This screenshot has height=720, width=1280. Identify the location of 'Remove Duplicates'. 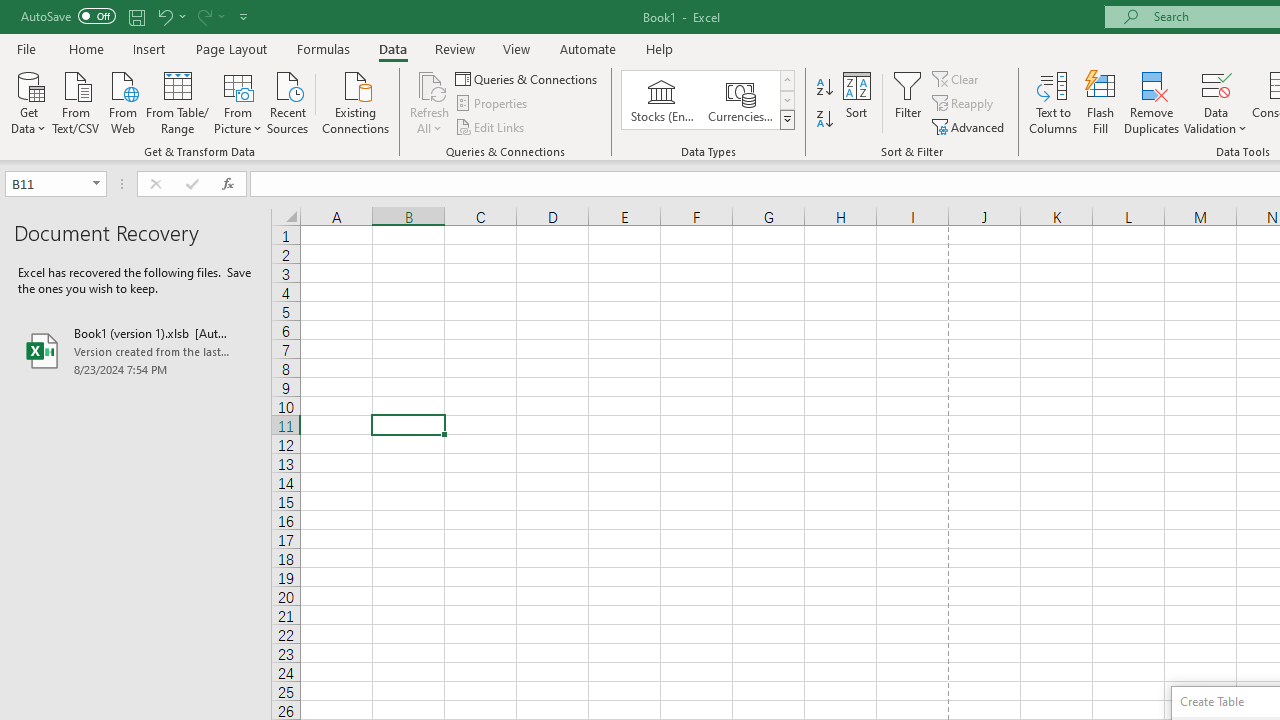
(1152, 103).